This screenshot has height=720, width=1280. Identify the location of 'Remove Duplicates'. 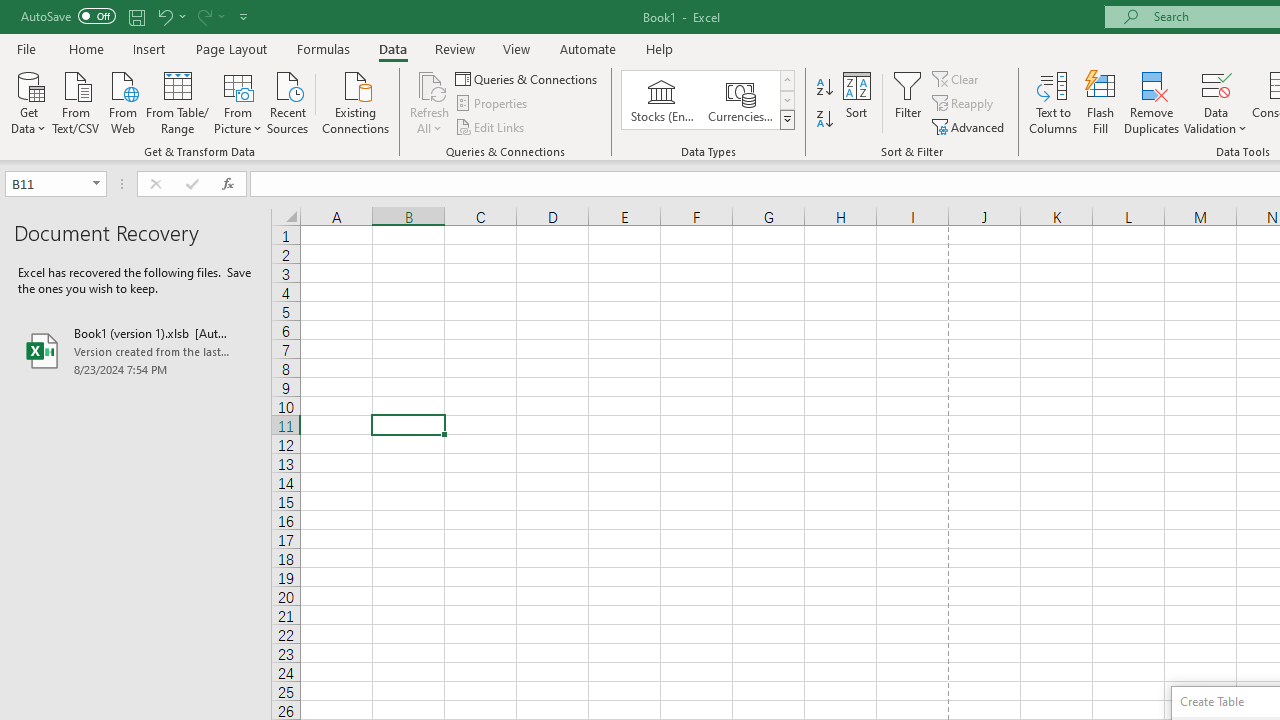
(1152, 103).